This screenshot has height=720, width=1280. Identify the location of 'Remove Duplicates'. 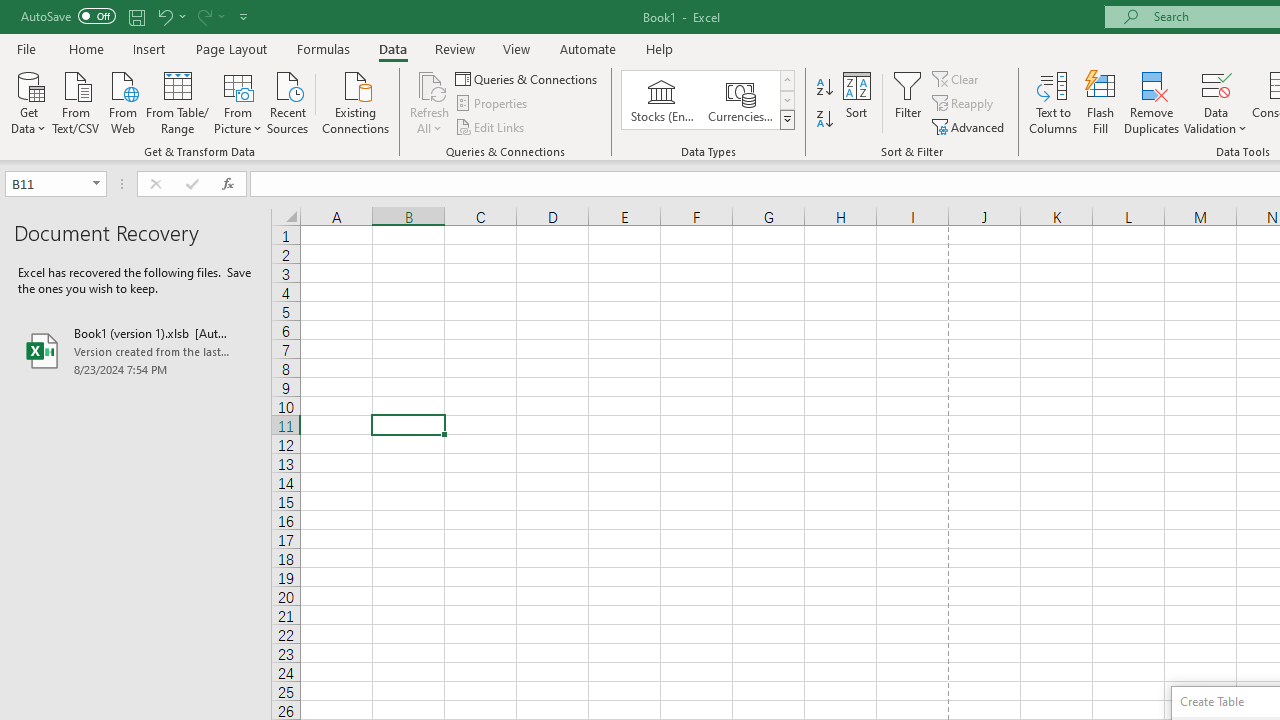
(1152, 103).